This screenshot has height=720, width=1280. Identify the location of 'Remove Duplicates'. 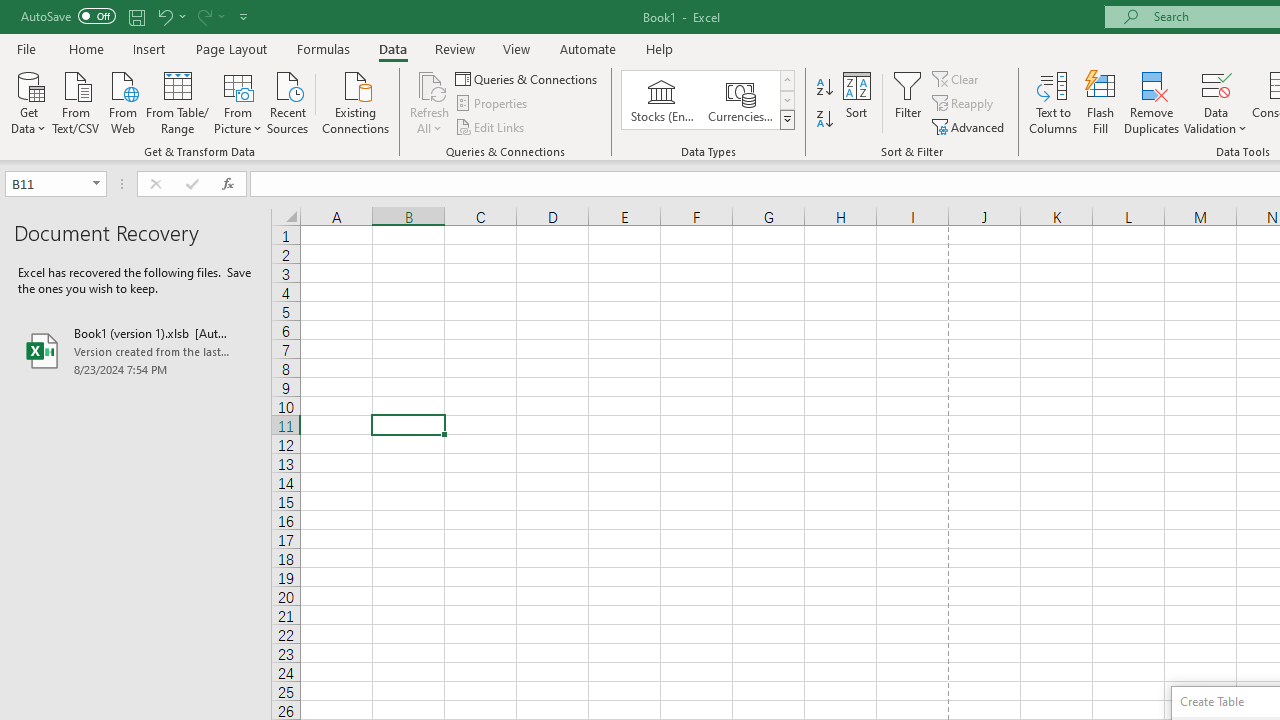
(1152, 103).